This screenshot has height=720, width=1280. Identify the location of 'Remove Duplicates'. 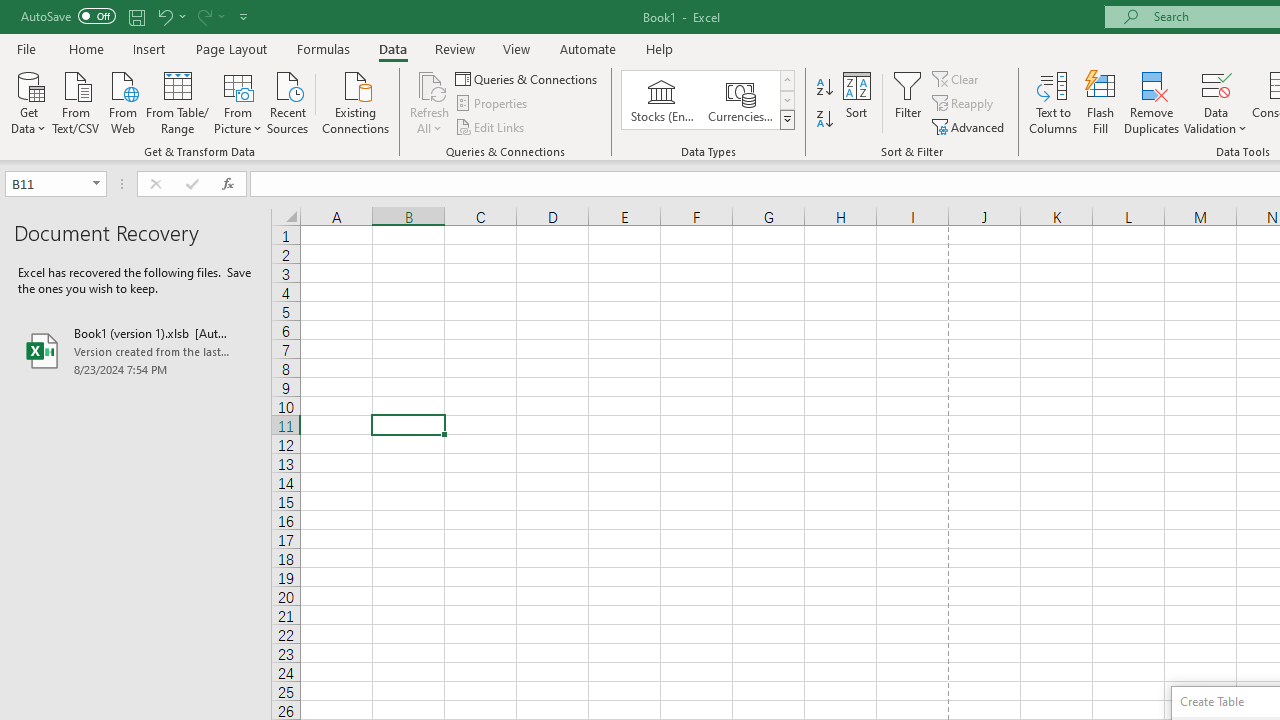
(1152, 103).